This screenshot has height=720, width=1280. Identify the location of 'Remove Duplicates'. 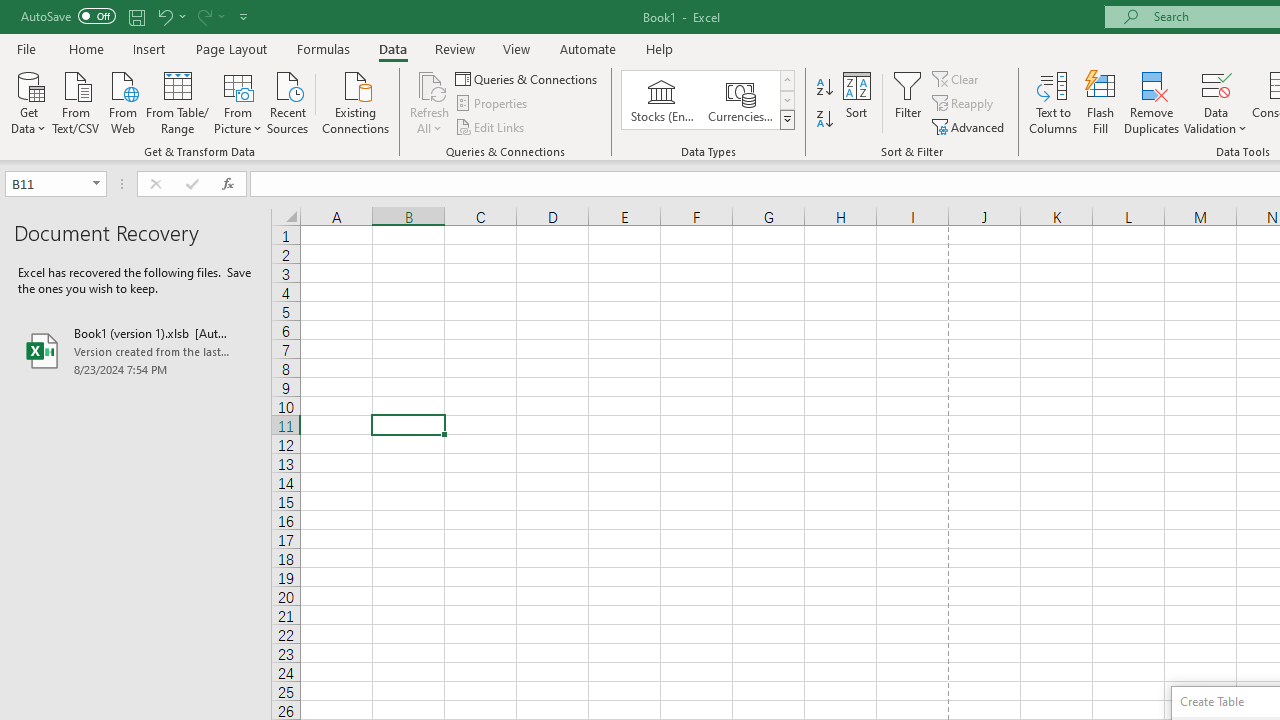
(1152, 103).